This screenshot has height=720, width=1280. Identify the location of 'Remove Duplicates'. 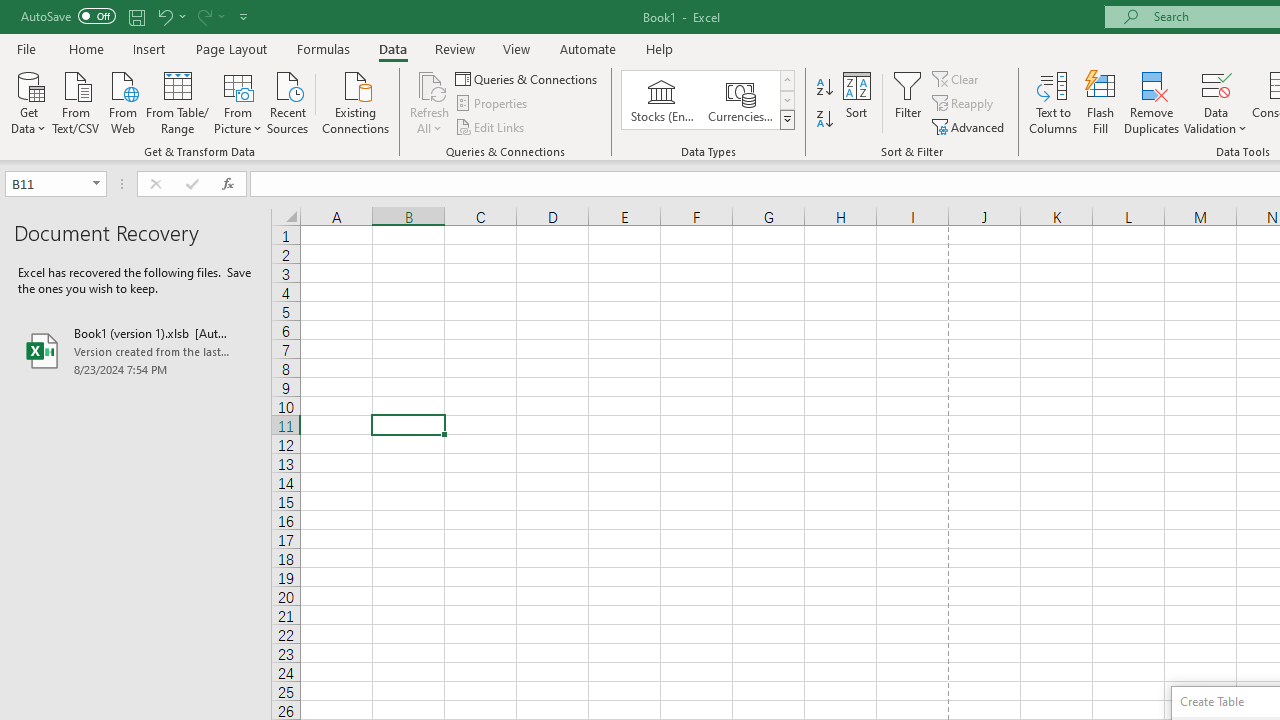
(1152, 103).